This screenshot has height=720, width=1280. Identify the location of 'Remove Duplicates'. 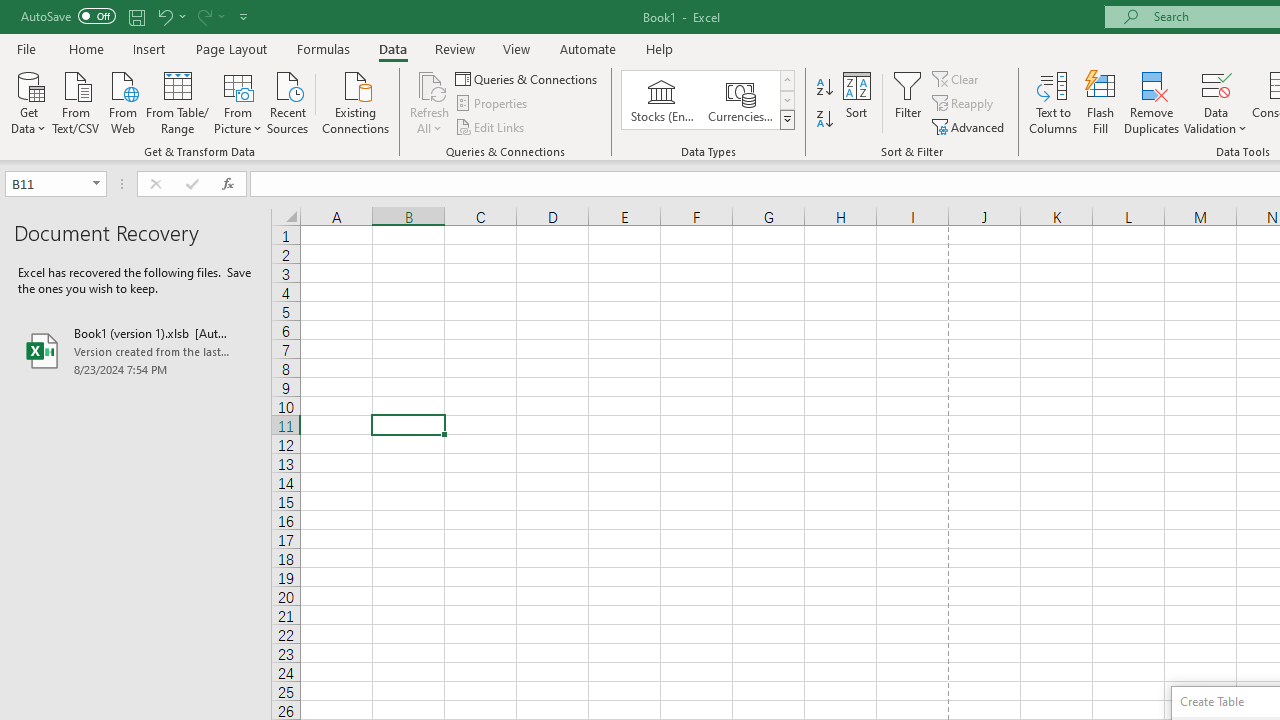
(1152, 103).